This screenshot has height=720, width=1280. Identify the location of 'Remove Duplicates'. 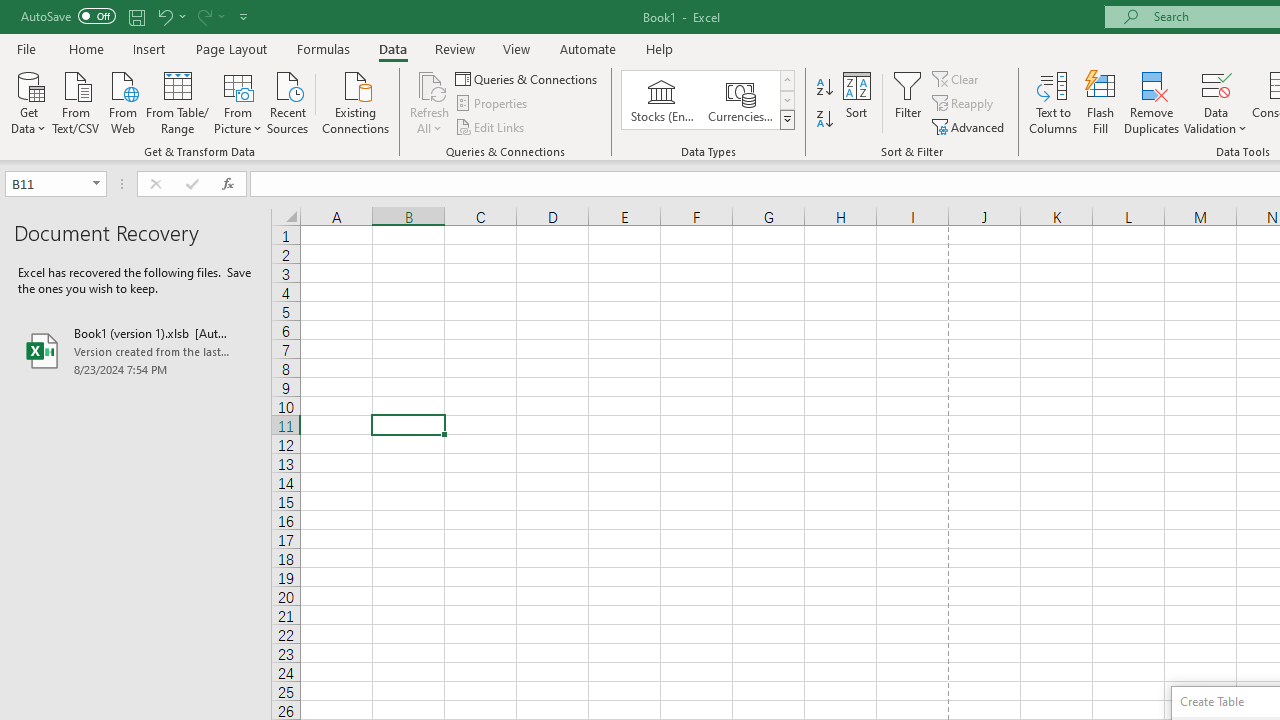
(1152, 103).